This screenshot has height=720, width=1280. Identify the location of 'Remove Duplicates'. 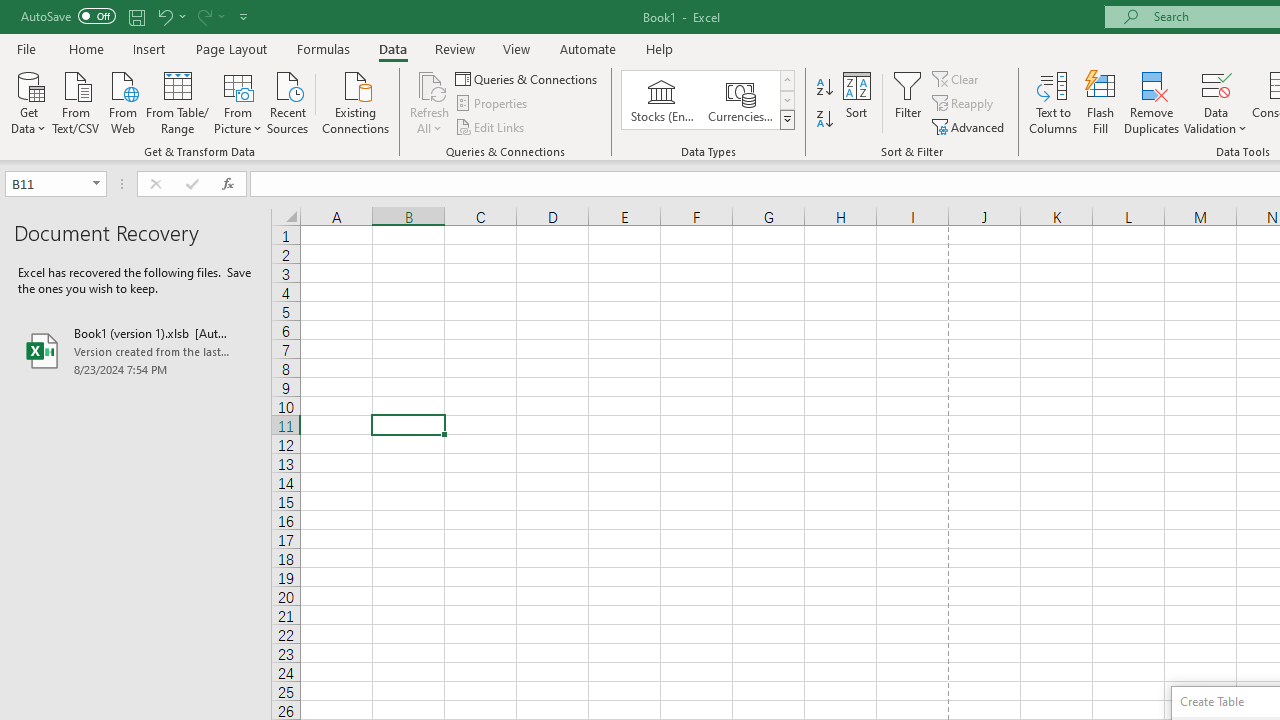
(1152, 103).